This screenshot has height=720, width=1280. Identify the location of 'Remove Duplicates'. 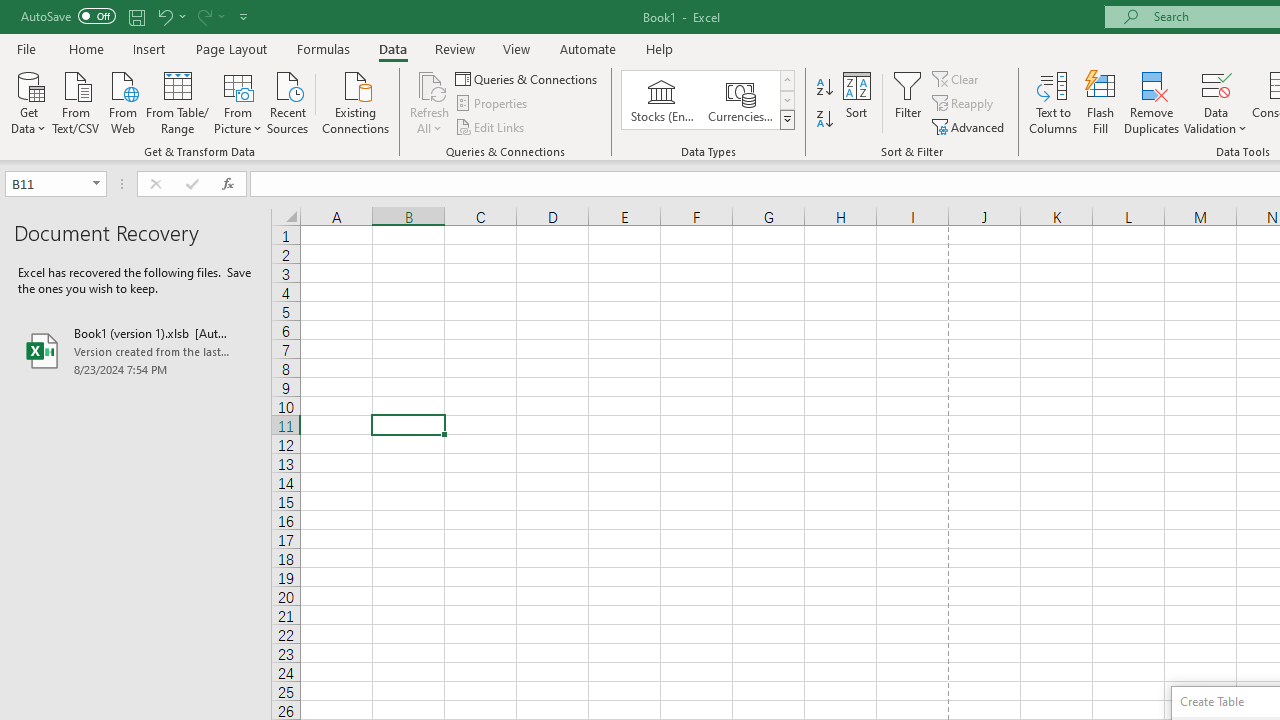
(1152, 103).